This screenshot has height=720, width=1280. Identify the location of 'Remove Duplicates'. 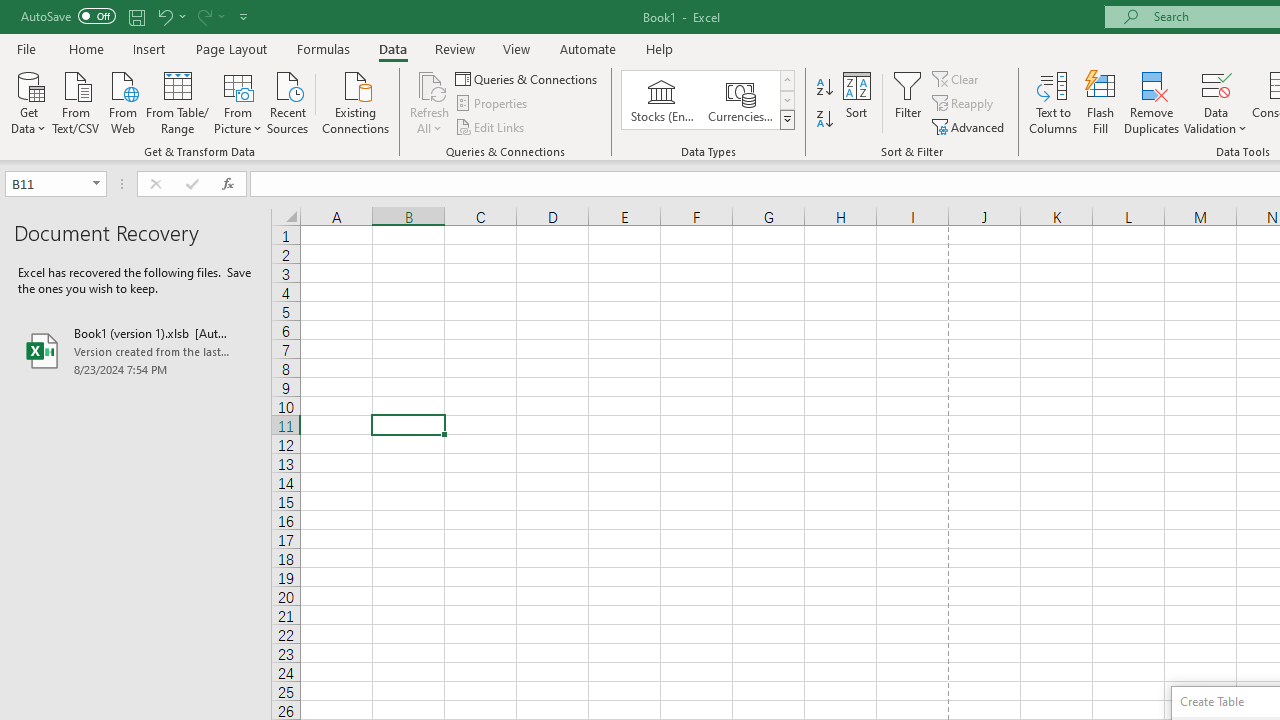
(1152, 103).